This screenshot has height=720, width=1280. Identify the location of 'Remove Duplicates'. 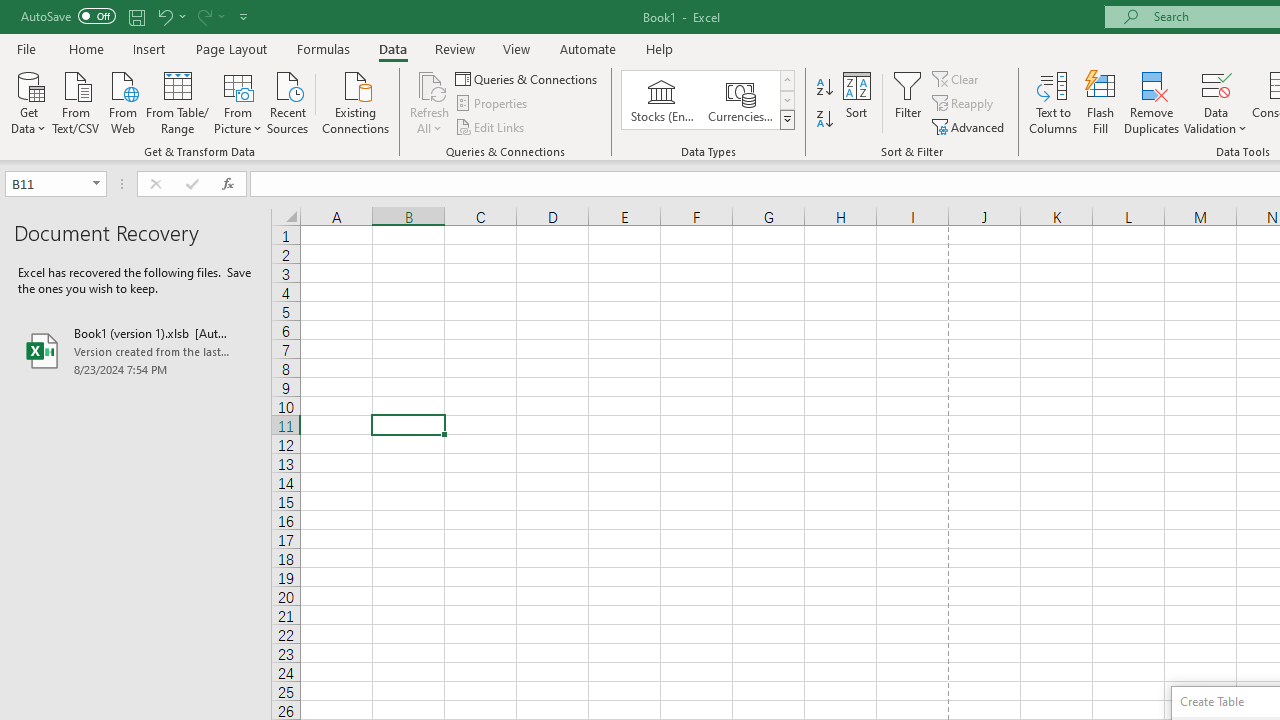
(1152, 103).